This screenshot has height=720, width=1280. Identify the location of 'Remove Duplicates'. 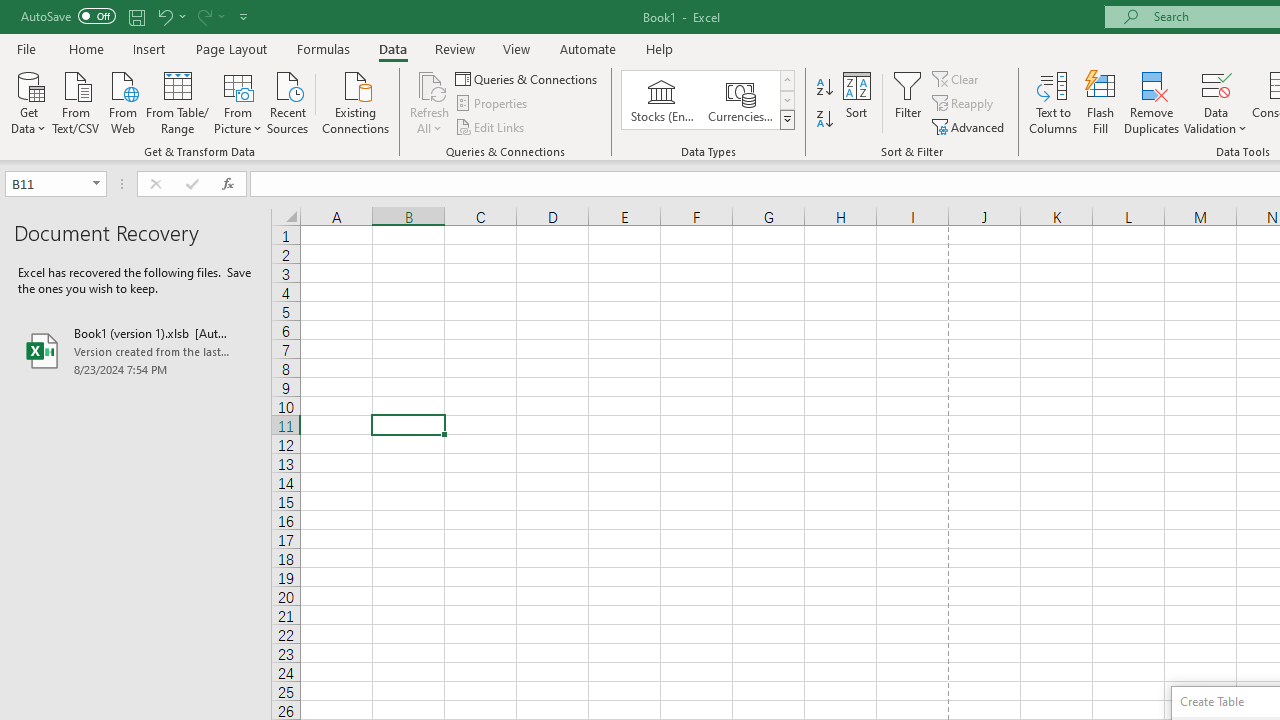
(1152, 103).